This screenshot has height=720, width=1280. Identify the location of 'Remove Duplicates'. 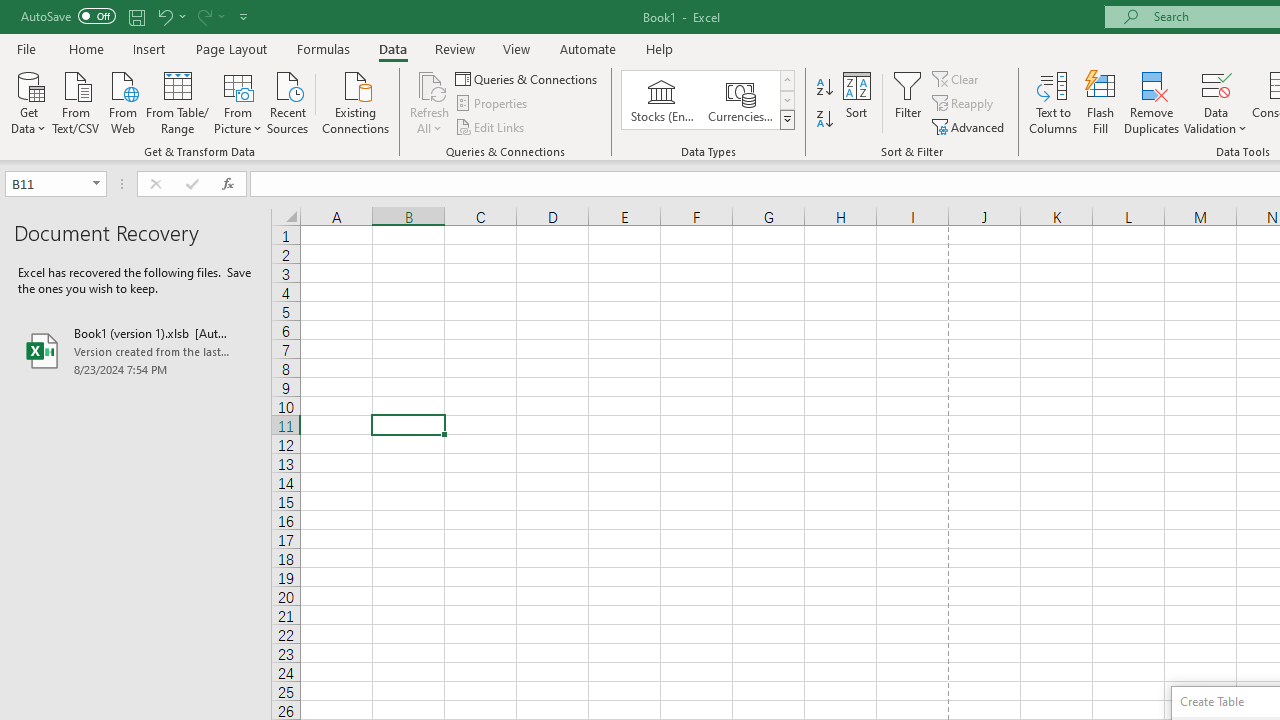
(1152, 103).